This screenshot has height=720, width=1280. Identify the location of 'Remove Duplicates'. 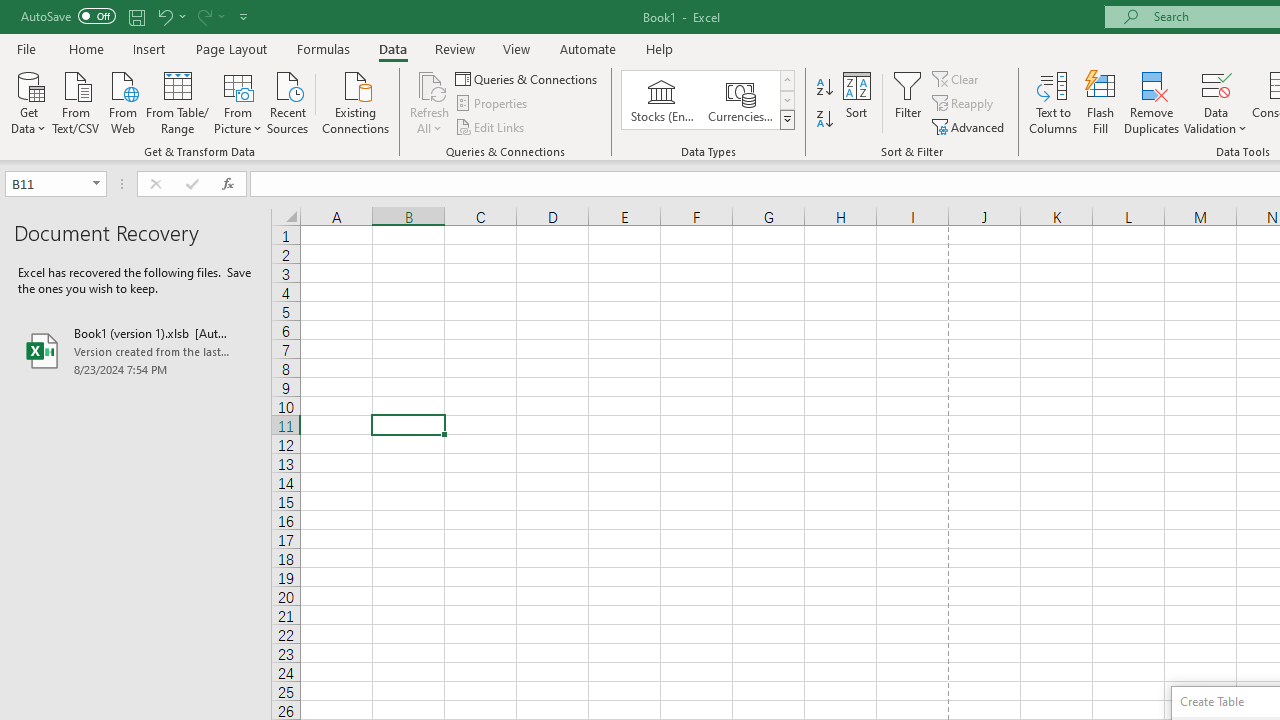
(1152, 103).